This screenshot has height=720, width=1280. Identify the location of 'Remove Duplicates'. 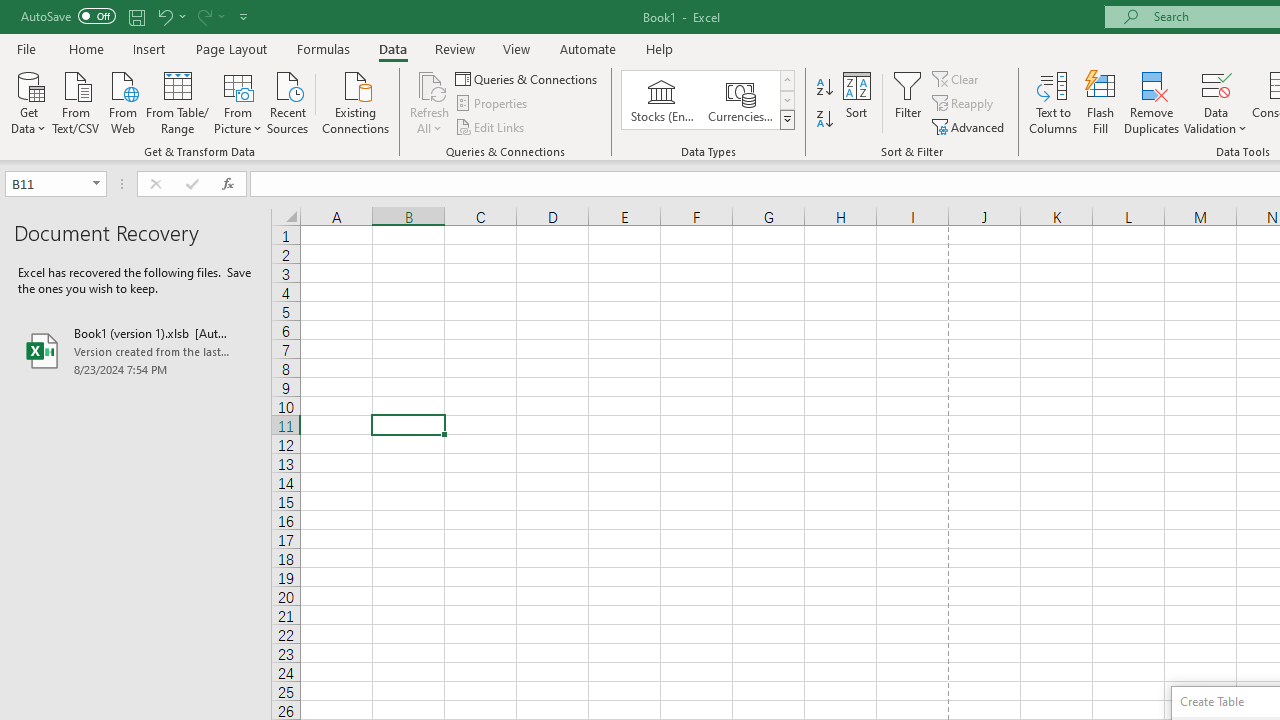
(1152, 103).